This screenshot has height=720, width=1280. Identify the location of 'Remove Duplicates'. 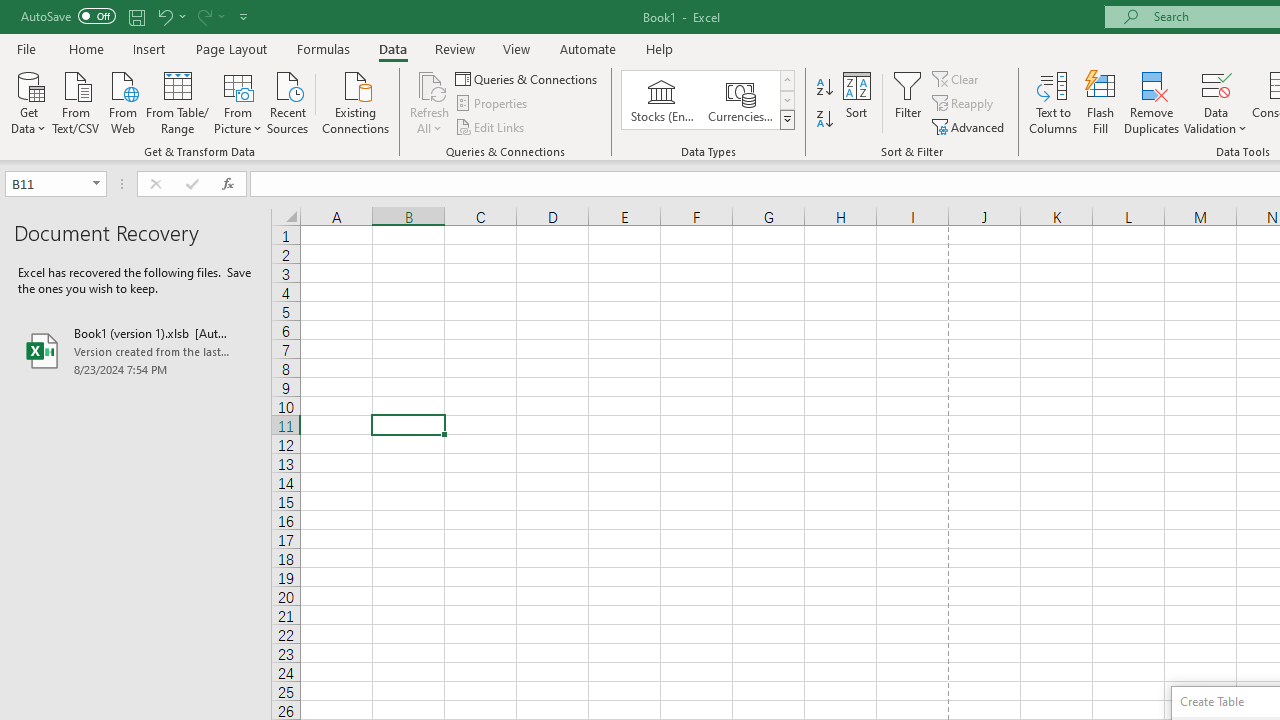
(1152, 103).